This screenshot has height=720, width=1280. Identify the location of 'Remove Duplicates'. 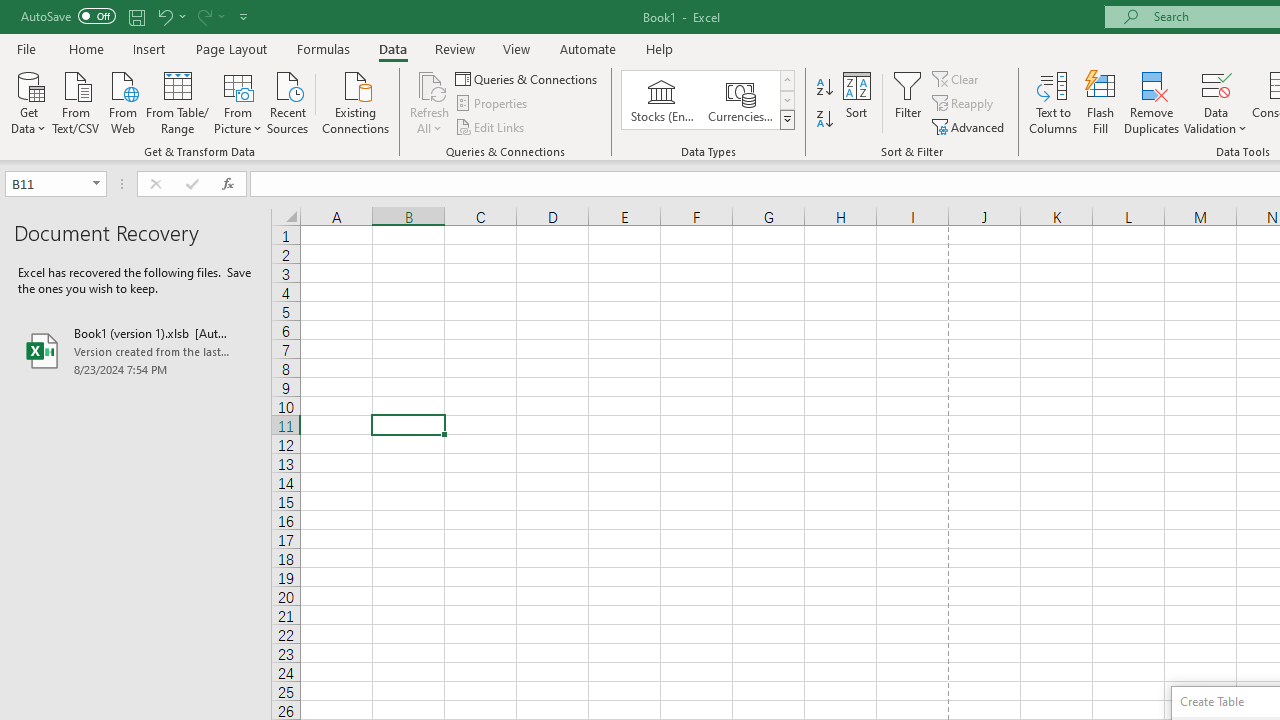
(1152, 103).